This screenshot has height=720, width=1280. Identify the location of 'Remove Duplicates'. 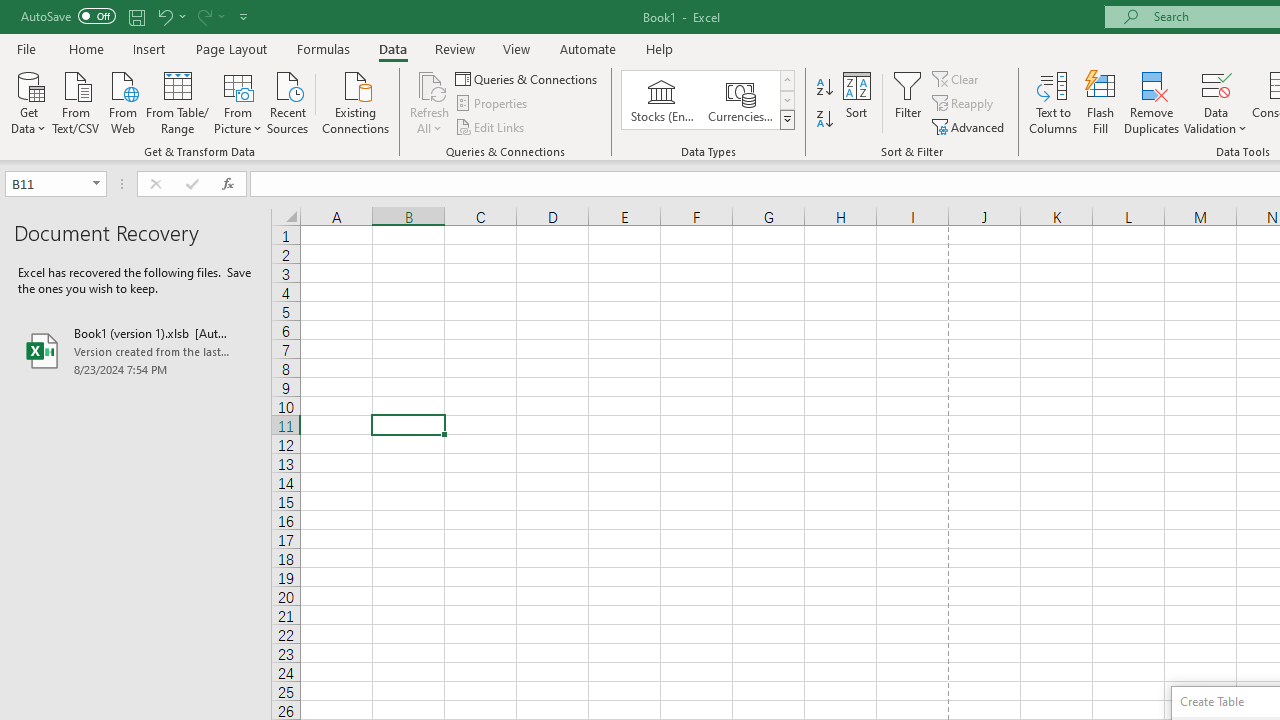
(1152, 103).